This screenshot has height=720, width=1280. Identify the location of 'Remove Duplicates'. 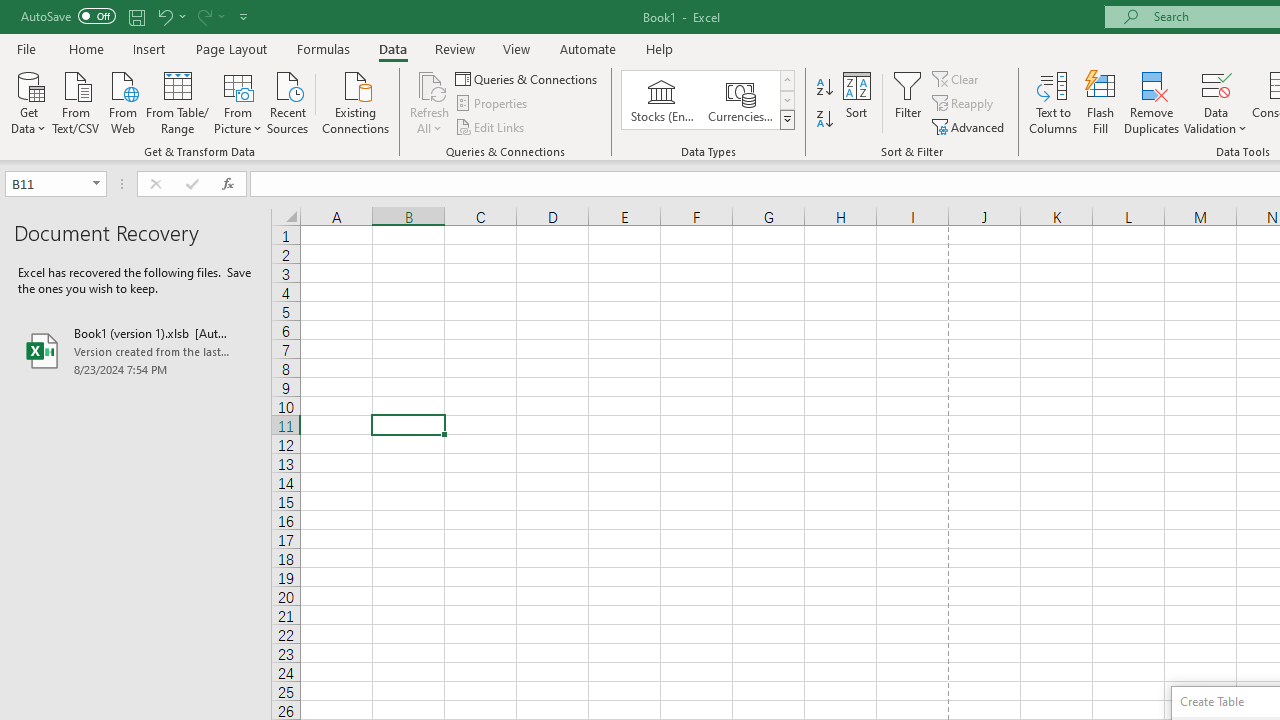
(1152, 103).